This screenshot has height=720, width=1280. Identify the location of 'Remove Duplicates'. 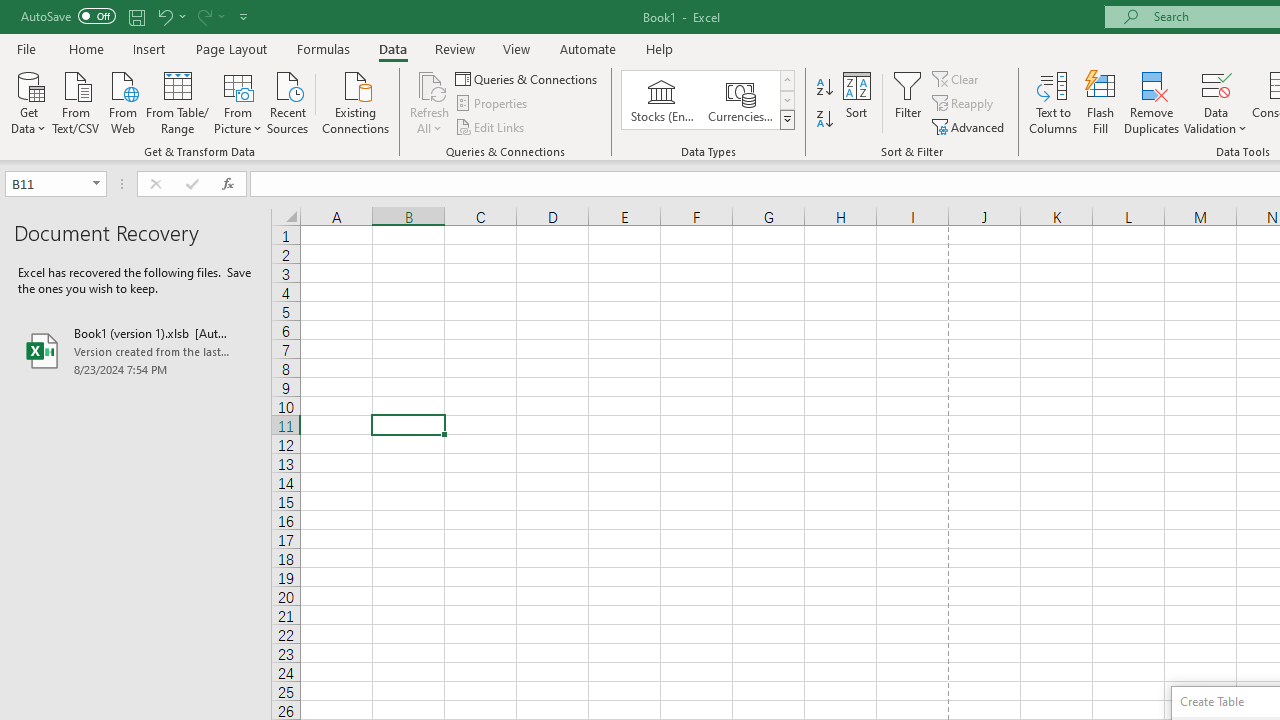
(1152, 103).